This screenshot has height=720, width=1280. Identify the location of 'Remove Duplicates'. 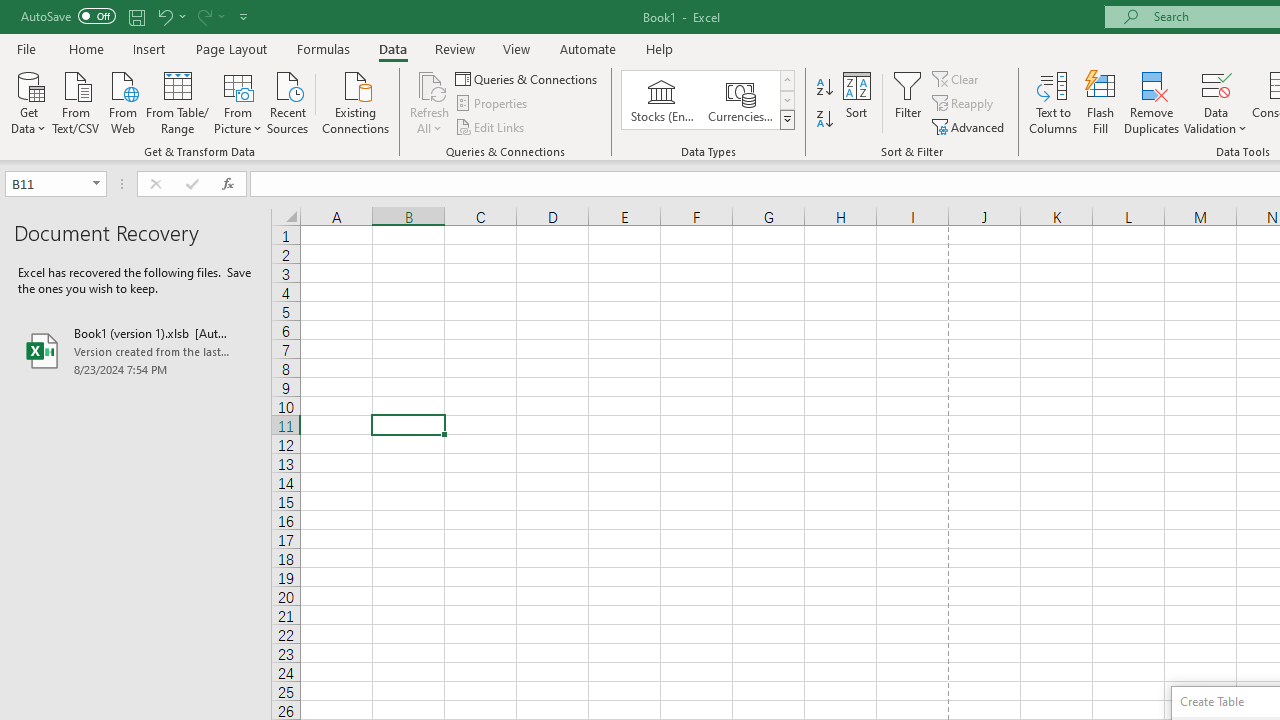
(1152, 103).